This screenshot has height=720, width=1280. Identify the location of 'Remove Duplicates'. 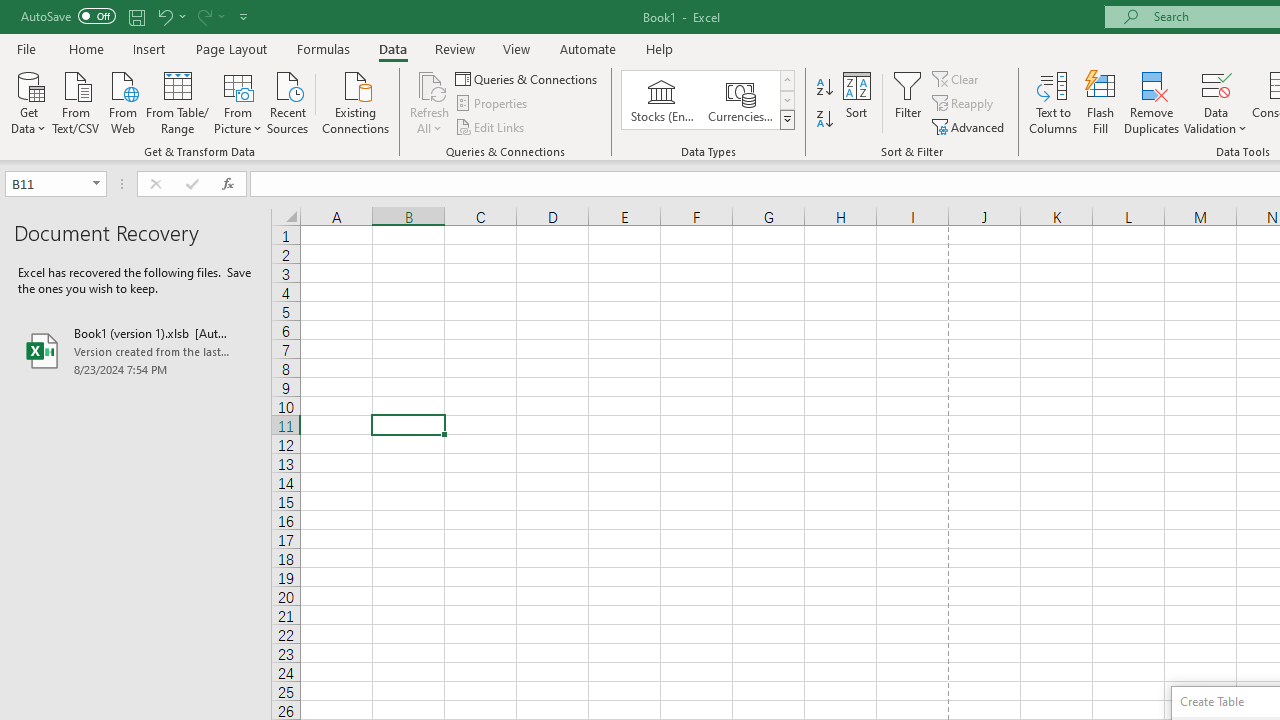
(1152, 103).